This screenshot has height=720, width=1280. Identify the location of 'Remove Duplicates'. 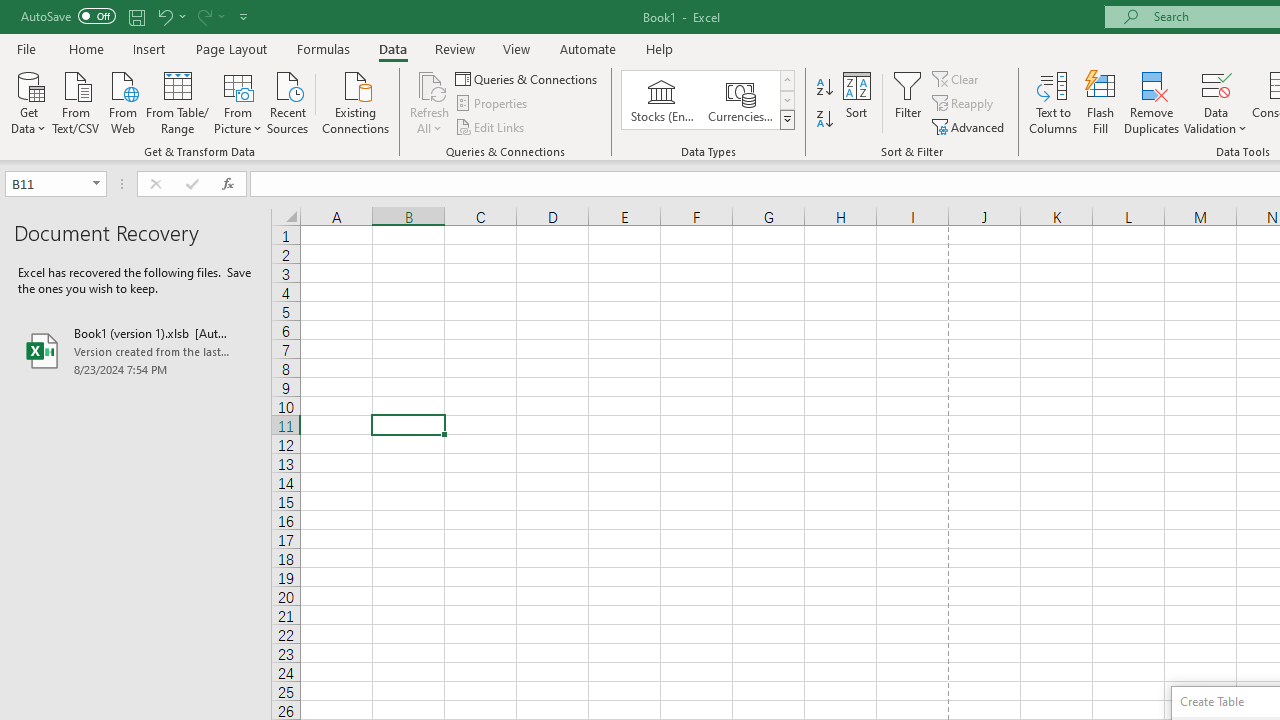
(1152, 103).